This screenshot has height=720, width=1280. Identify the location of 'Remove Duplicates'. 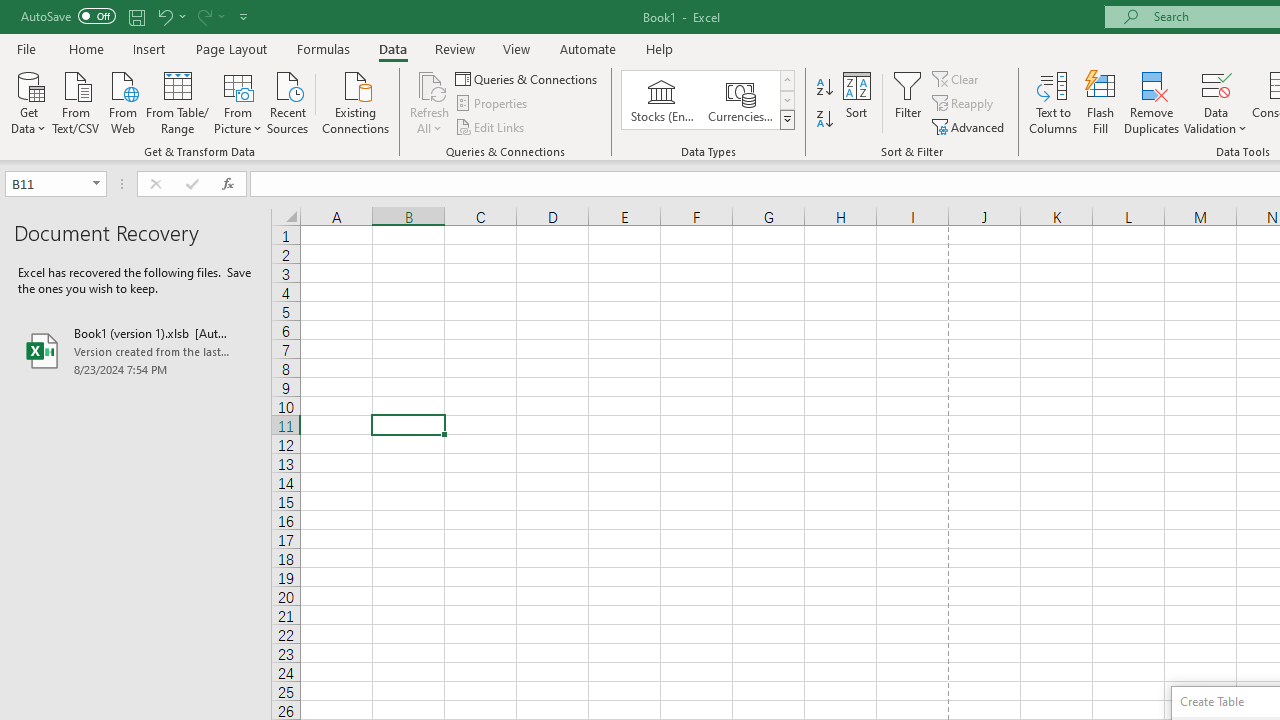
(1152, 103).